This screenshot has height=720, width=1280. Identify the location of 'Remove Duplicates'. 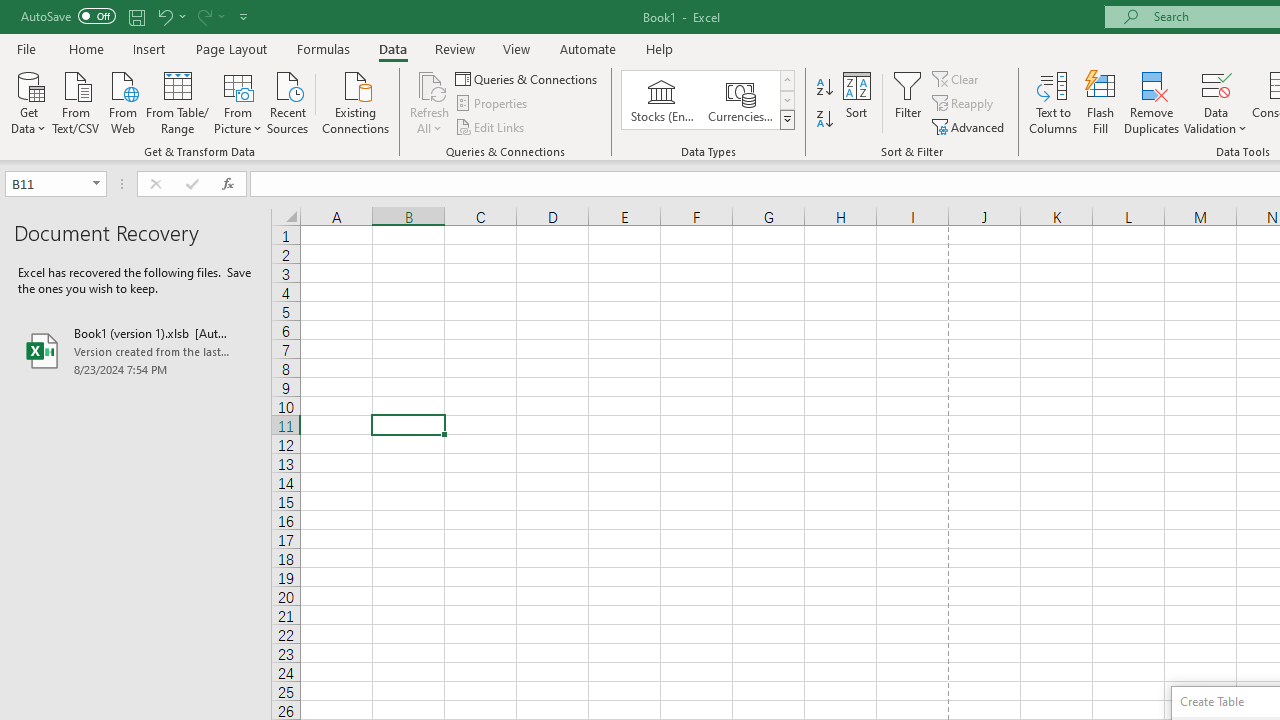
(1152, 103).